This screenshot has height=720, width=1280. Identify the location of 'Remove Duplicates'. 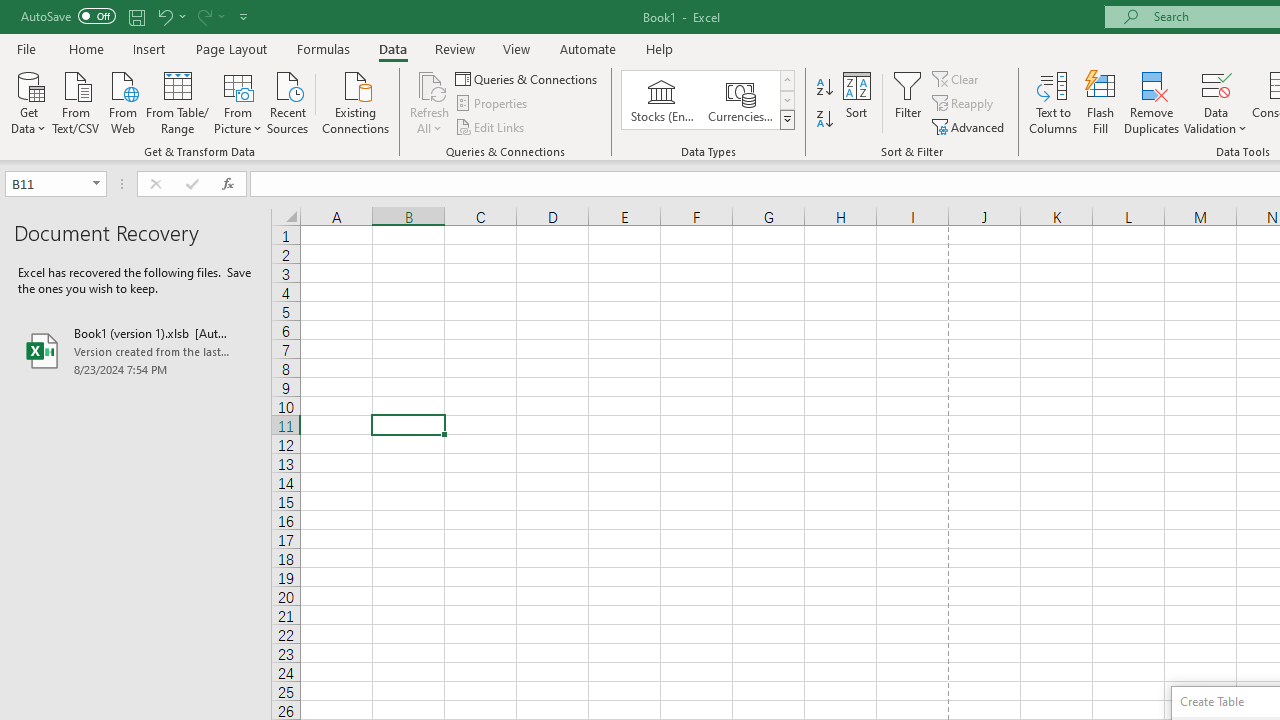
(1152, 103).